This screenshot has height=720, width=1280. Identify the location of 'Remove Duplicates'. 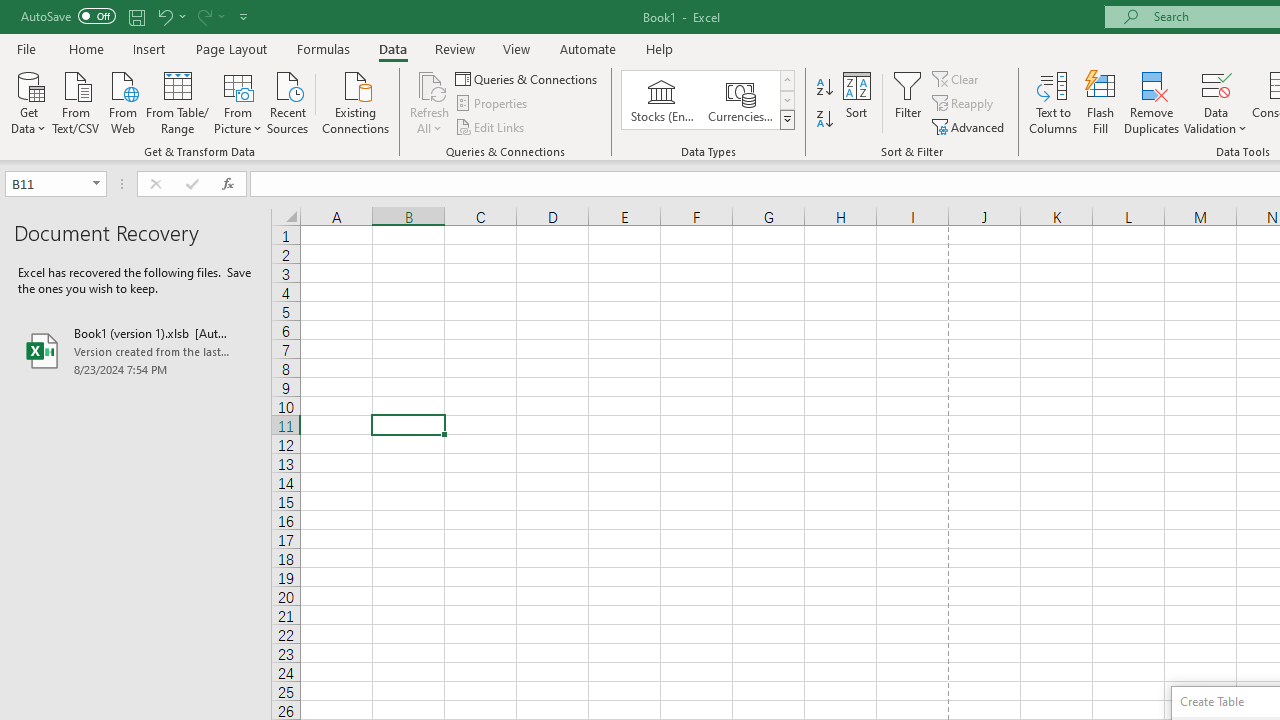
(1152, 103).